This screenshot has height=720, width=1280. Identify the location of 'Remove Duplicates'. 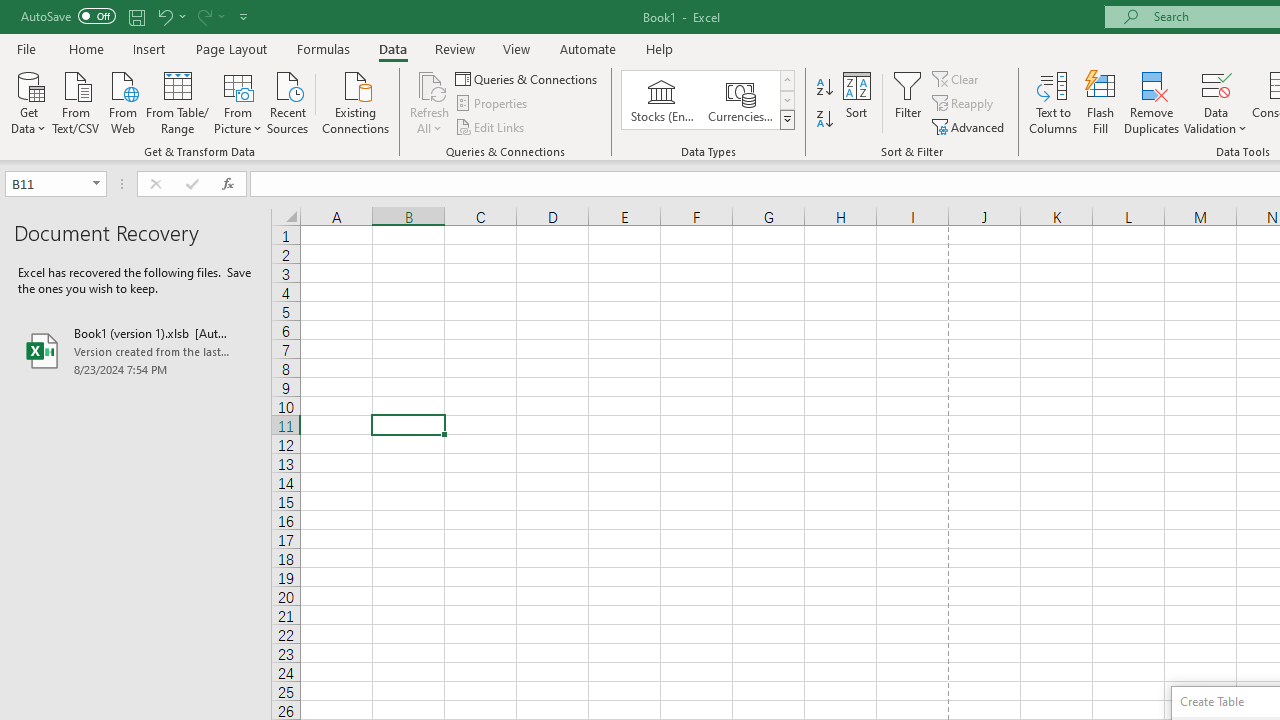
(1152, 103).